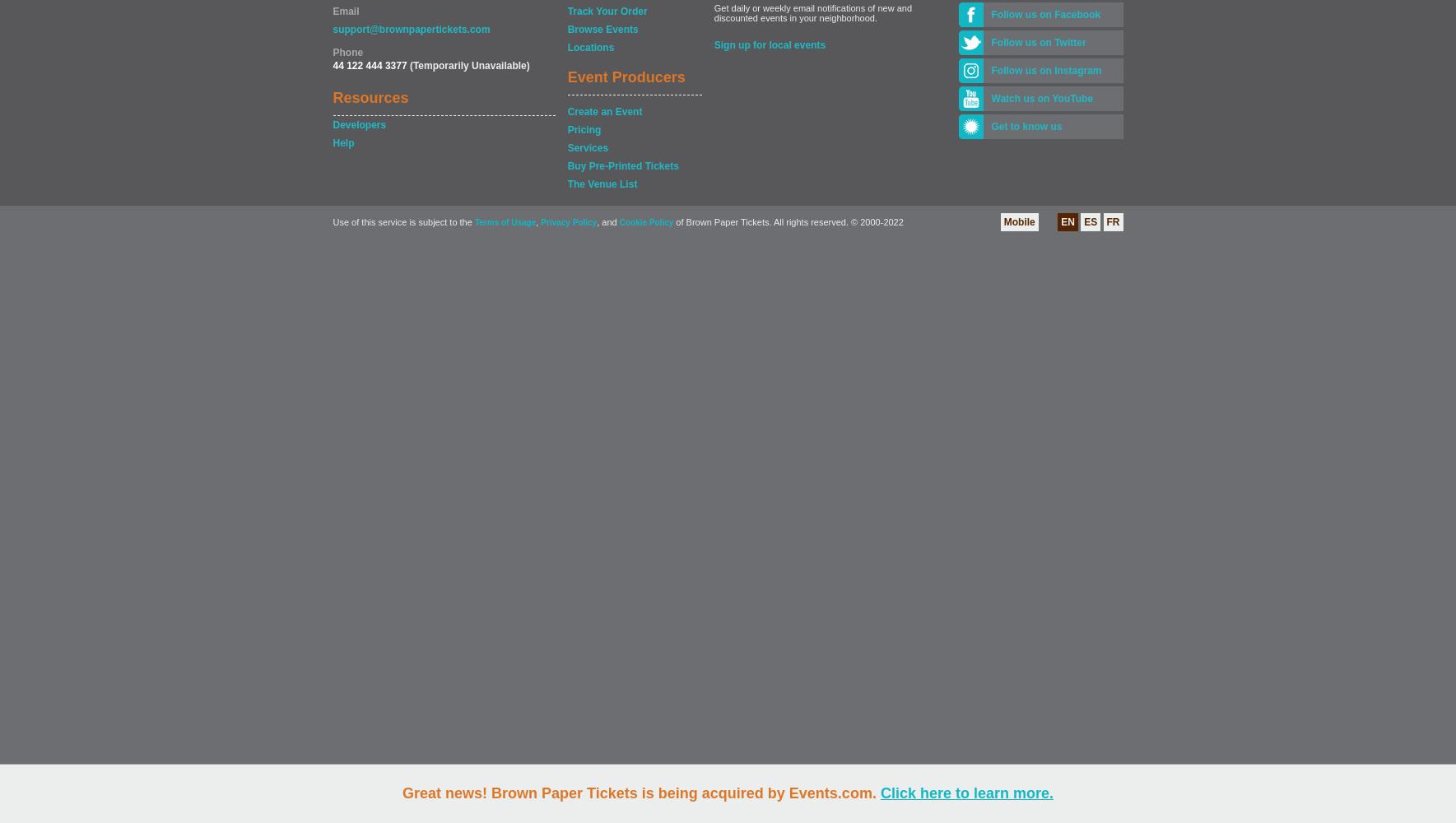 This screenshot has width=1456, height=823. What do you see at coordinates (344, 12) in the screenshot?
I see `'Email'` at bounding box center [344, 12].